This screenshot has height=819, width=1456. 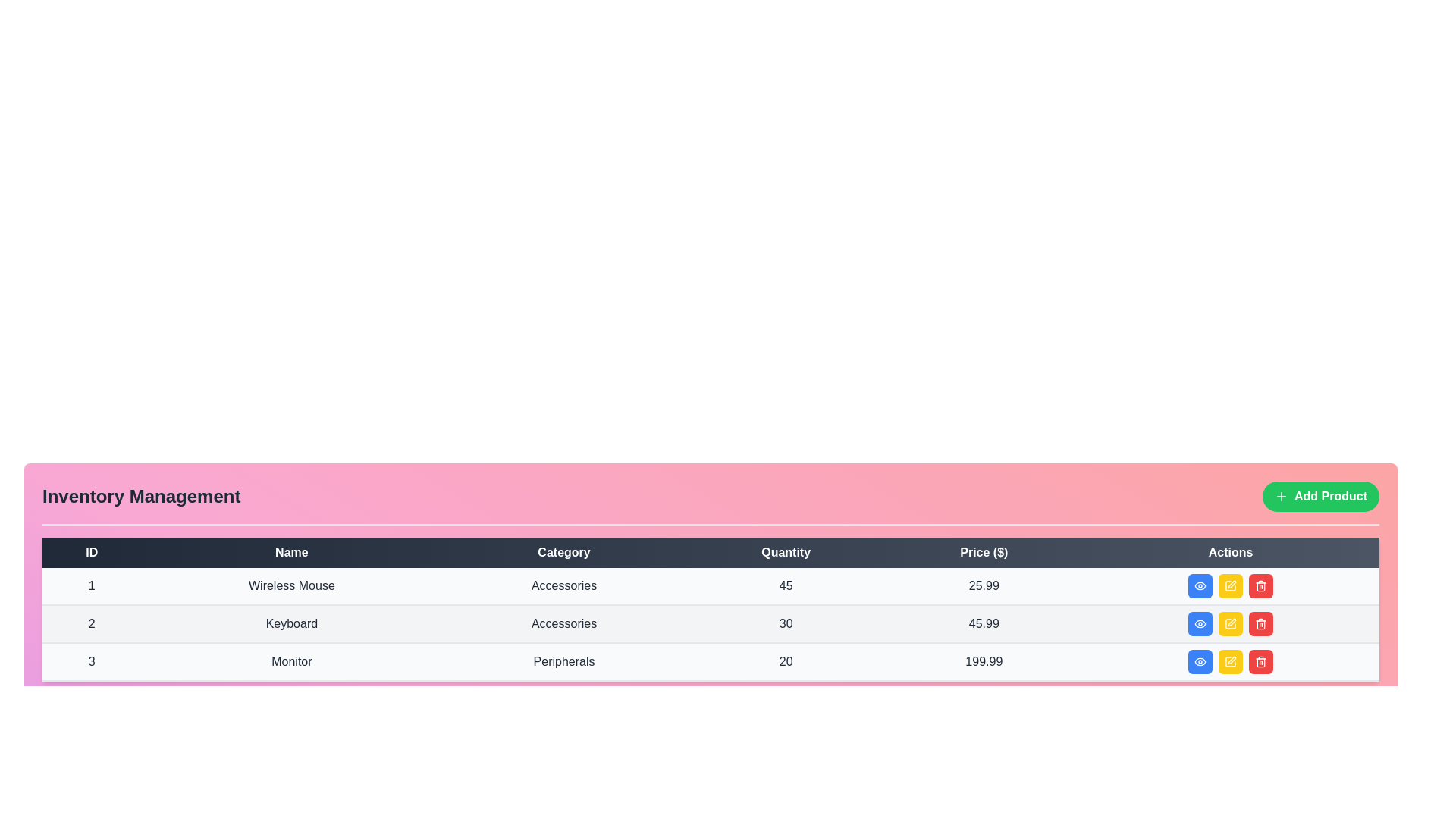 I want to click on the 'Add Product' button located at the far right end of the header section, aligned horizontally with the 'Inventory Management' title, to initiate the addition of a product, so click(x=1320, y=497).